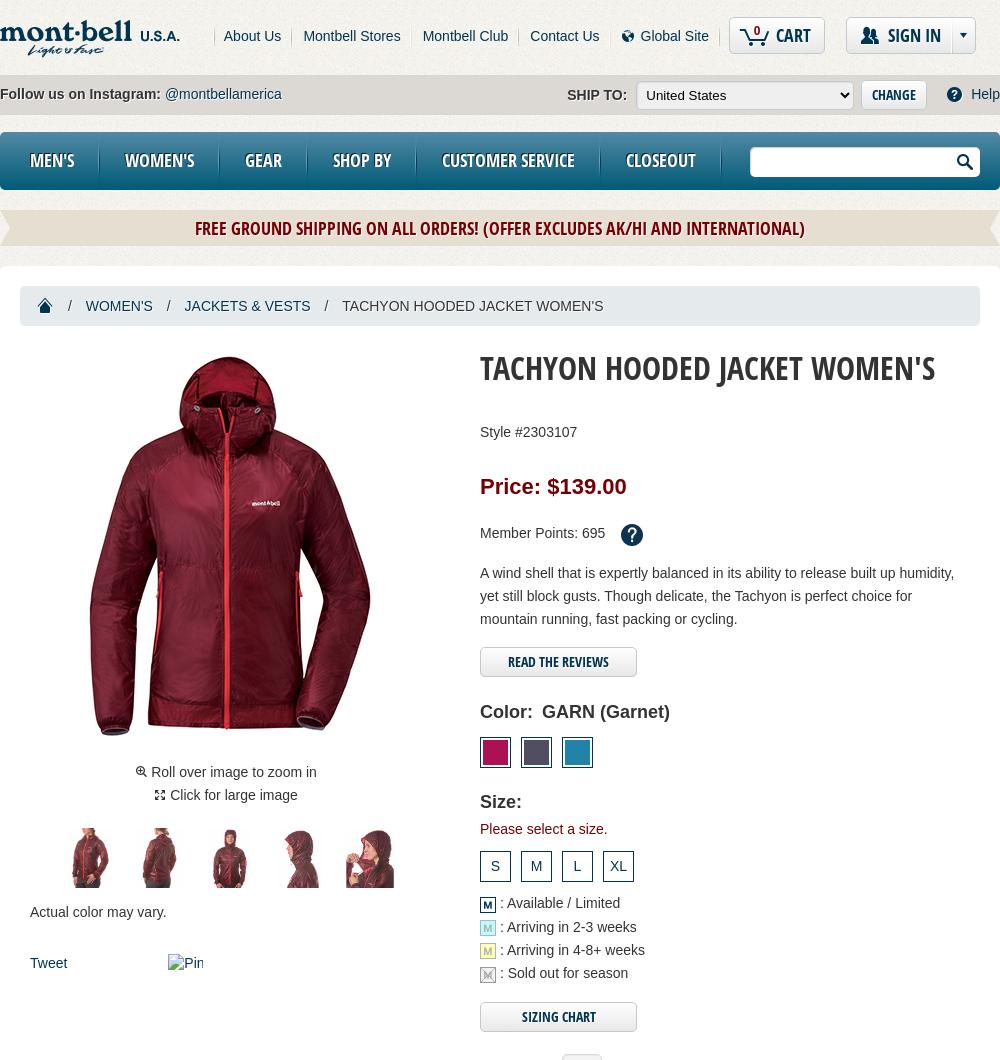 This screenshot has height=1060, width=1000. What do you see at coordinates (48, 960) in the screenshot?
I see `'Tweet'` at bounding box center [48, 960].